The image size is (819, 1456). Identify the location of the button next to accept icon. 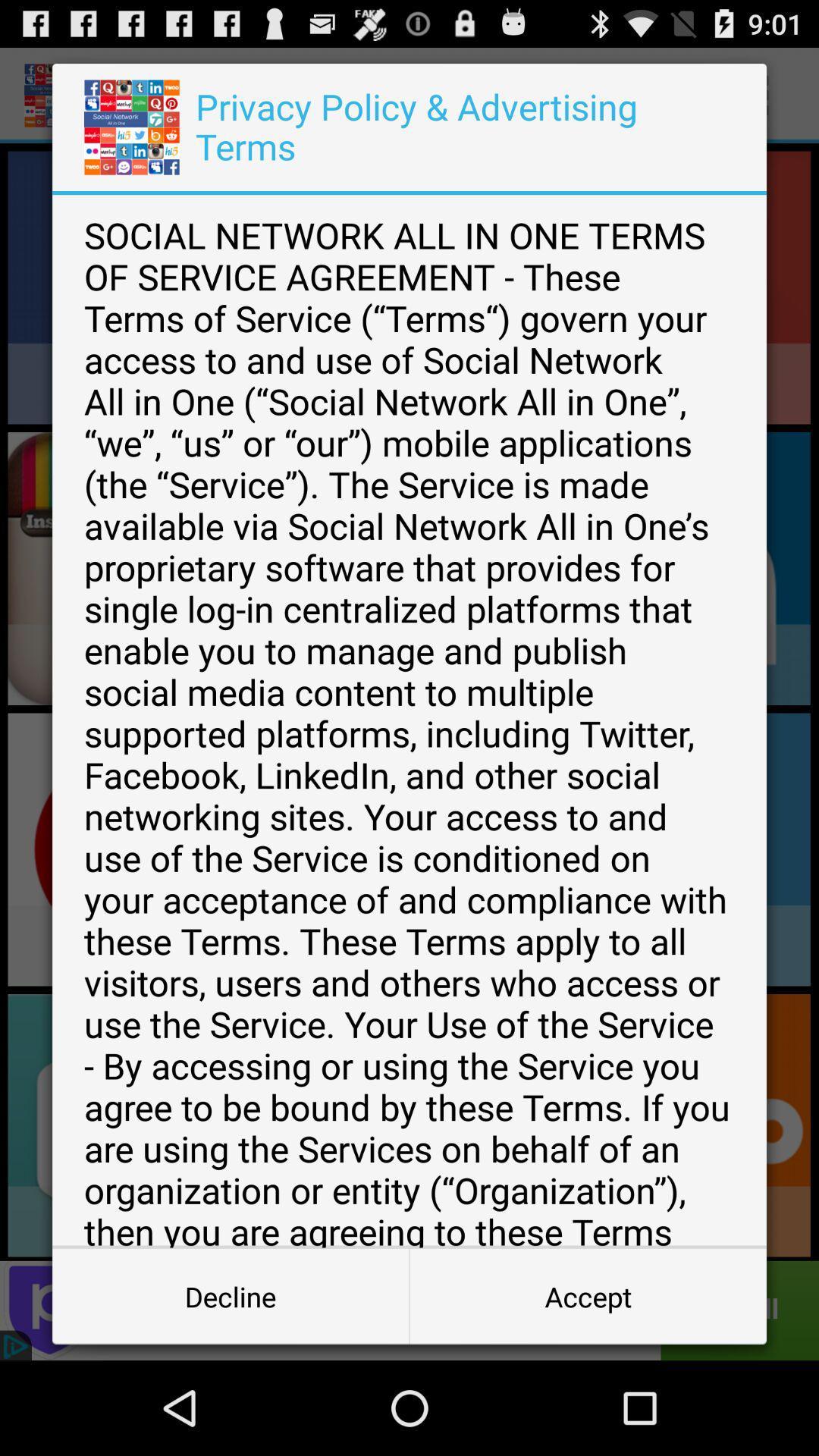
(231, 1295).